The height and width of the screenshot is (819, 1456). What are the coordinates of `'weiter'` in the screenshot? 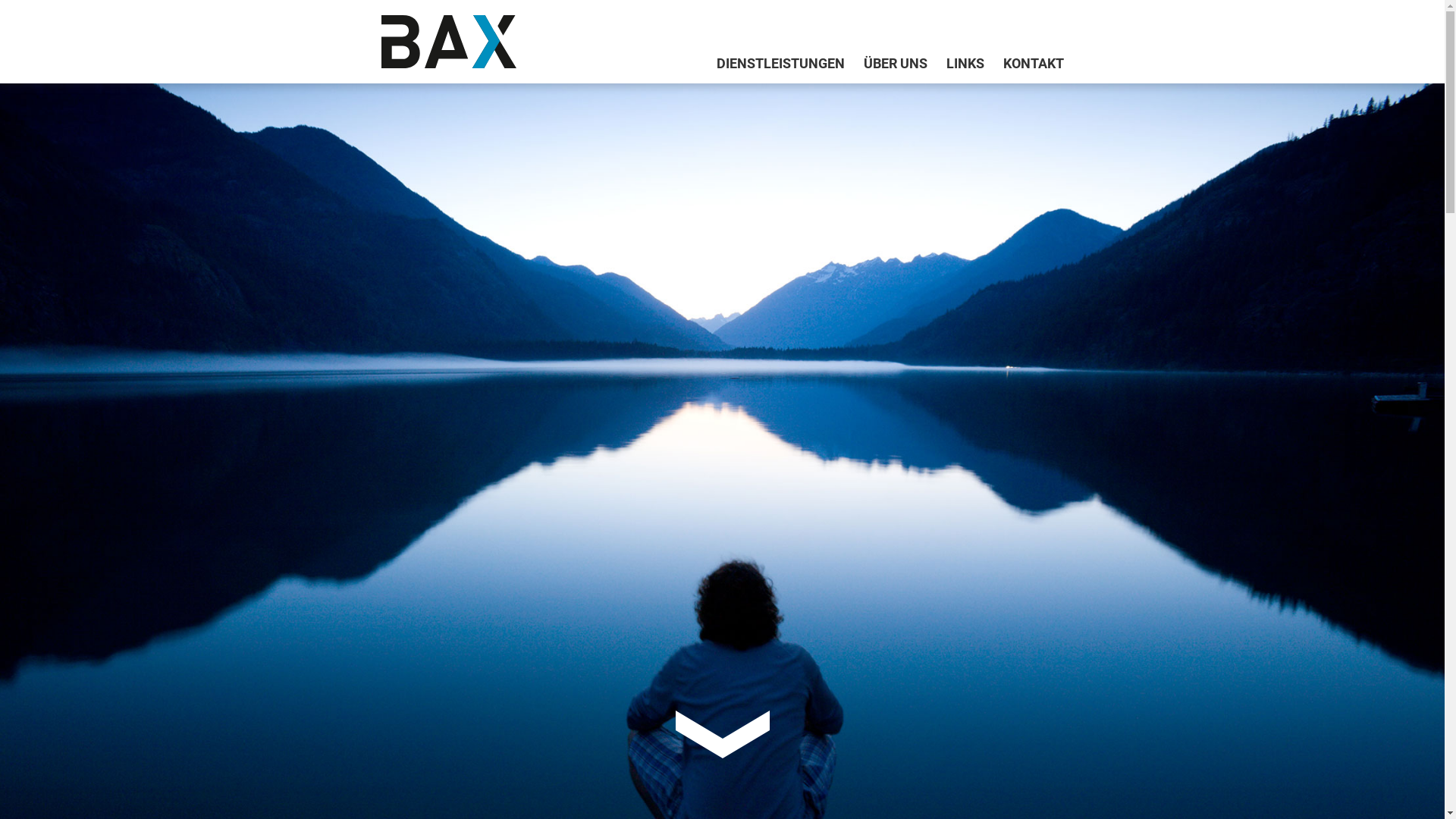 It's located at (720, 733).